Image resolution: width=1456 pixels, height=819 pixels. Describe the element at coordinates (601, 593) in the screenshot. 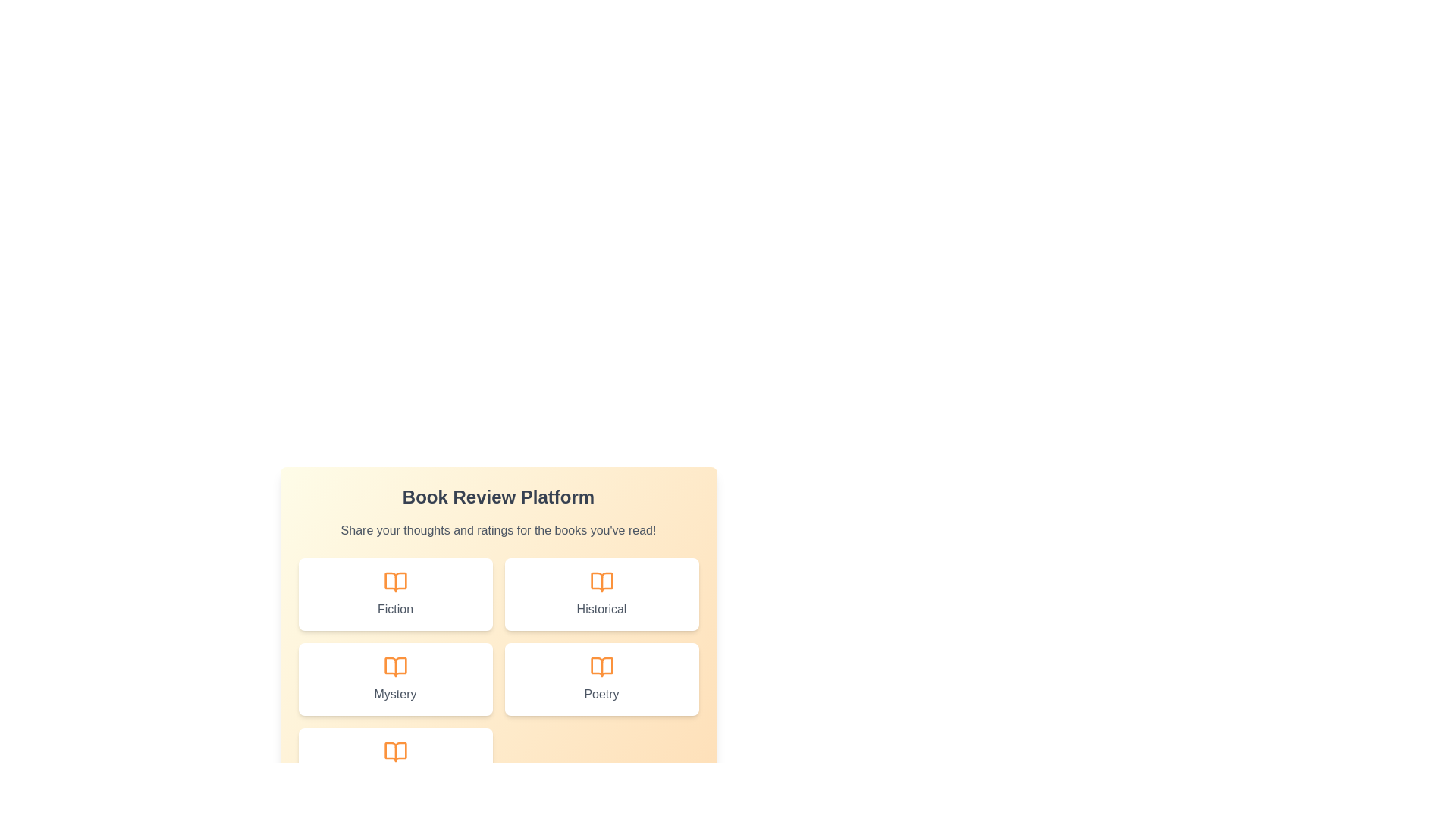

I see `the 'Historical' category button, which is the second item in the first row of the grid layout` at that location.